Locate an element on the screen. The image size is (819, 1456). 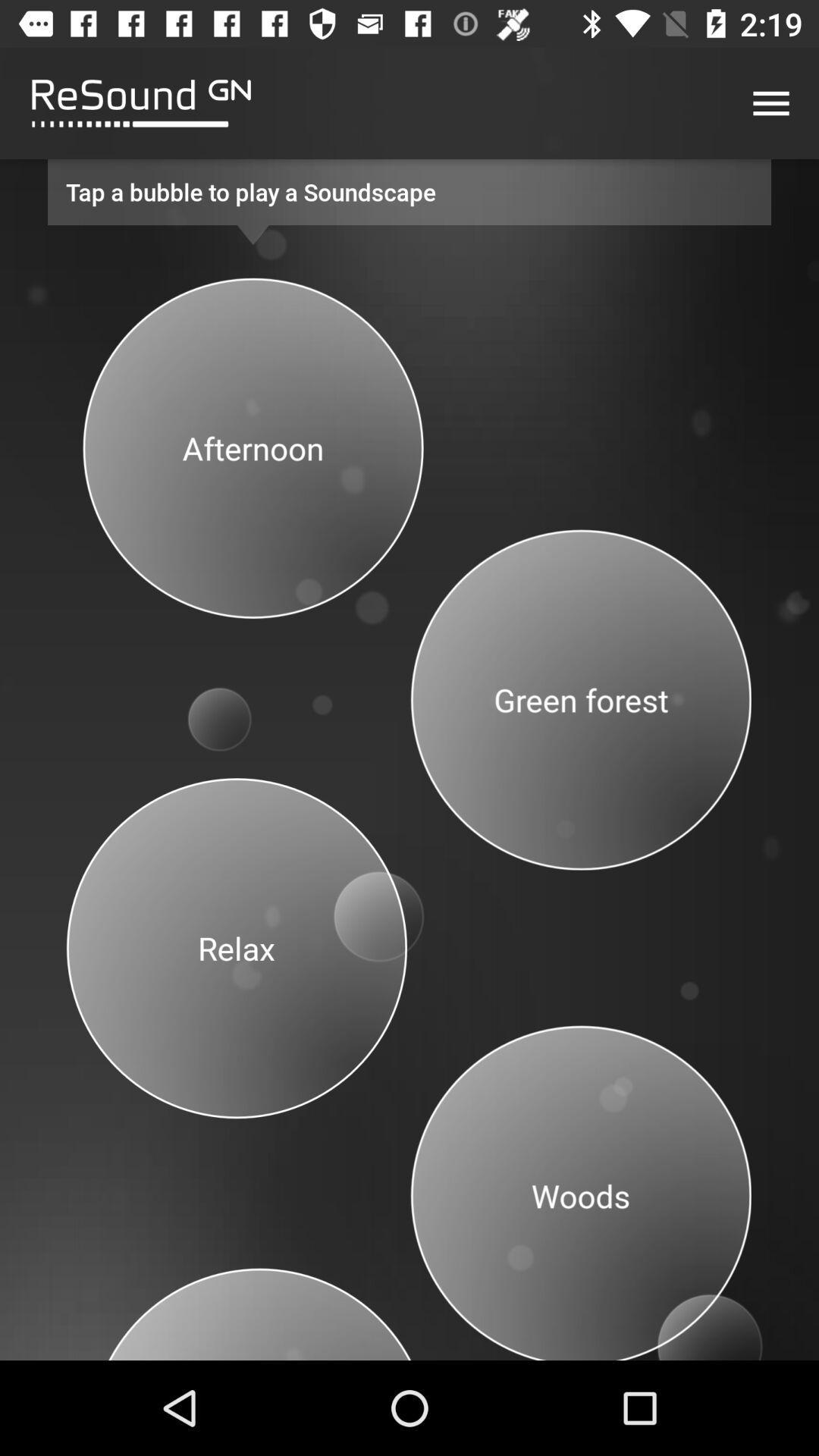
menu button is located at coordinates (771, 103).